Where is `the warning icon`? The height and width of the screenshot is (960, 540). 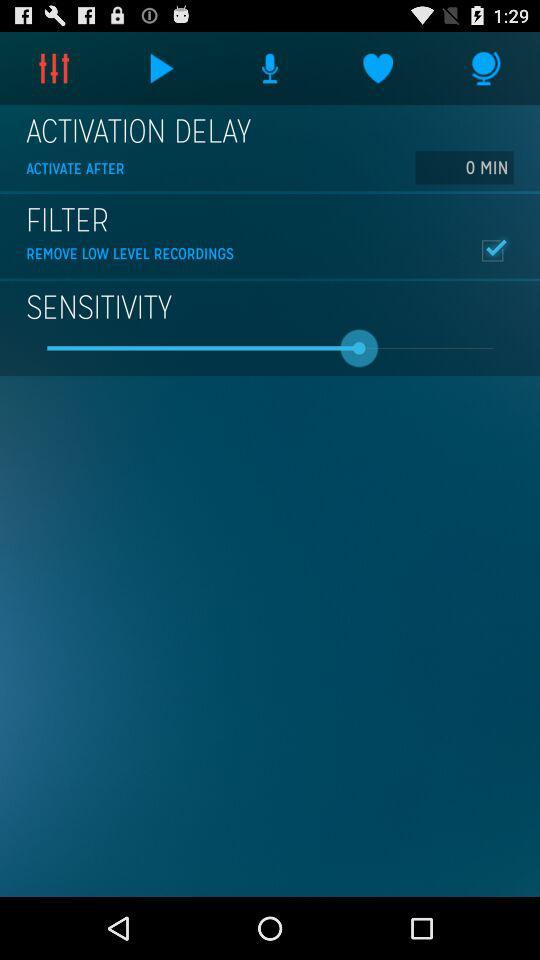
the warning icon is located at coordinates (270, 72).